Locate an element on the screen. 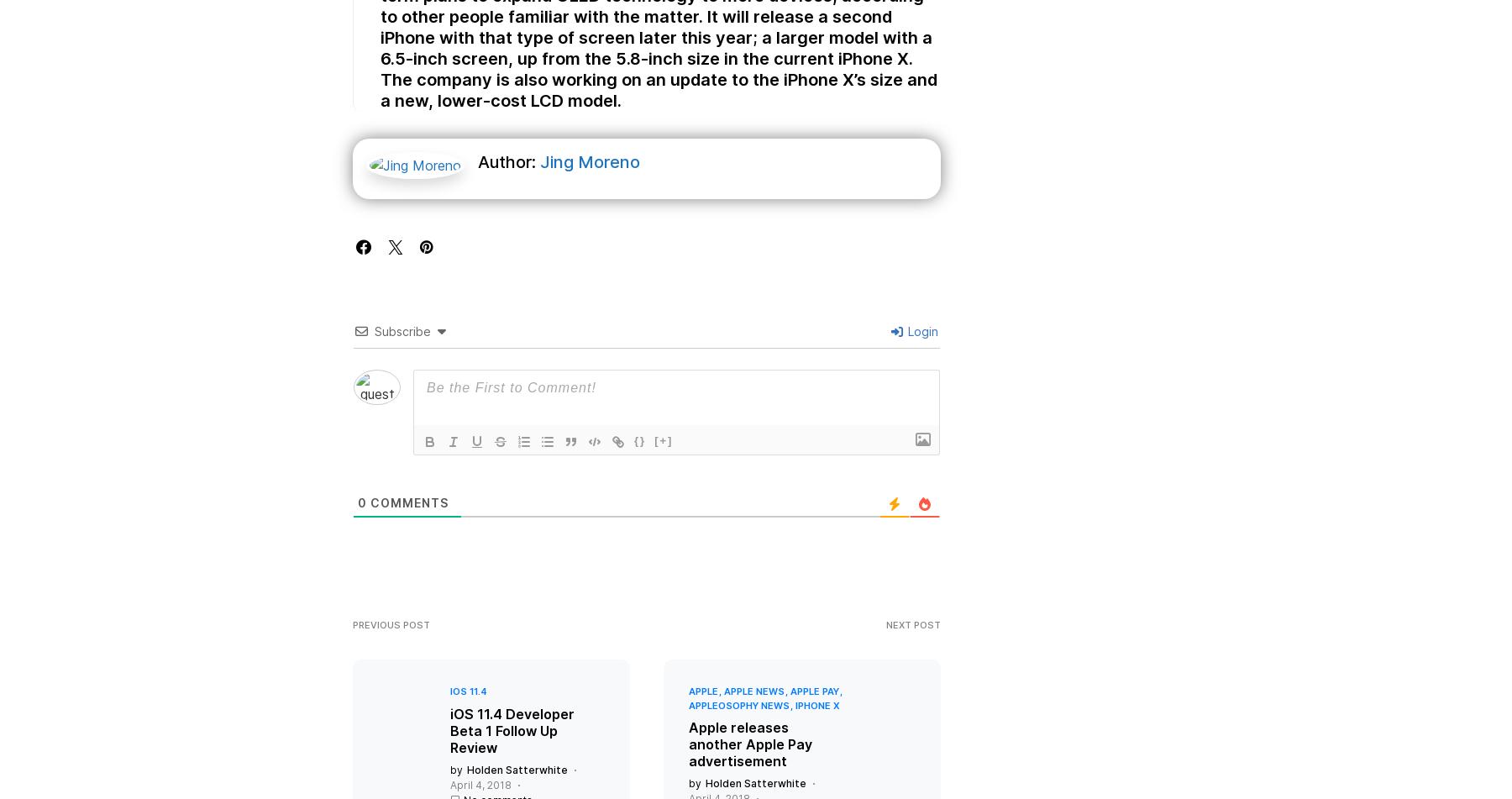 The height and width of the screenshot is (799, 1512). 'Jing Moreno' is located at coordinates (542, 161).